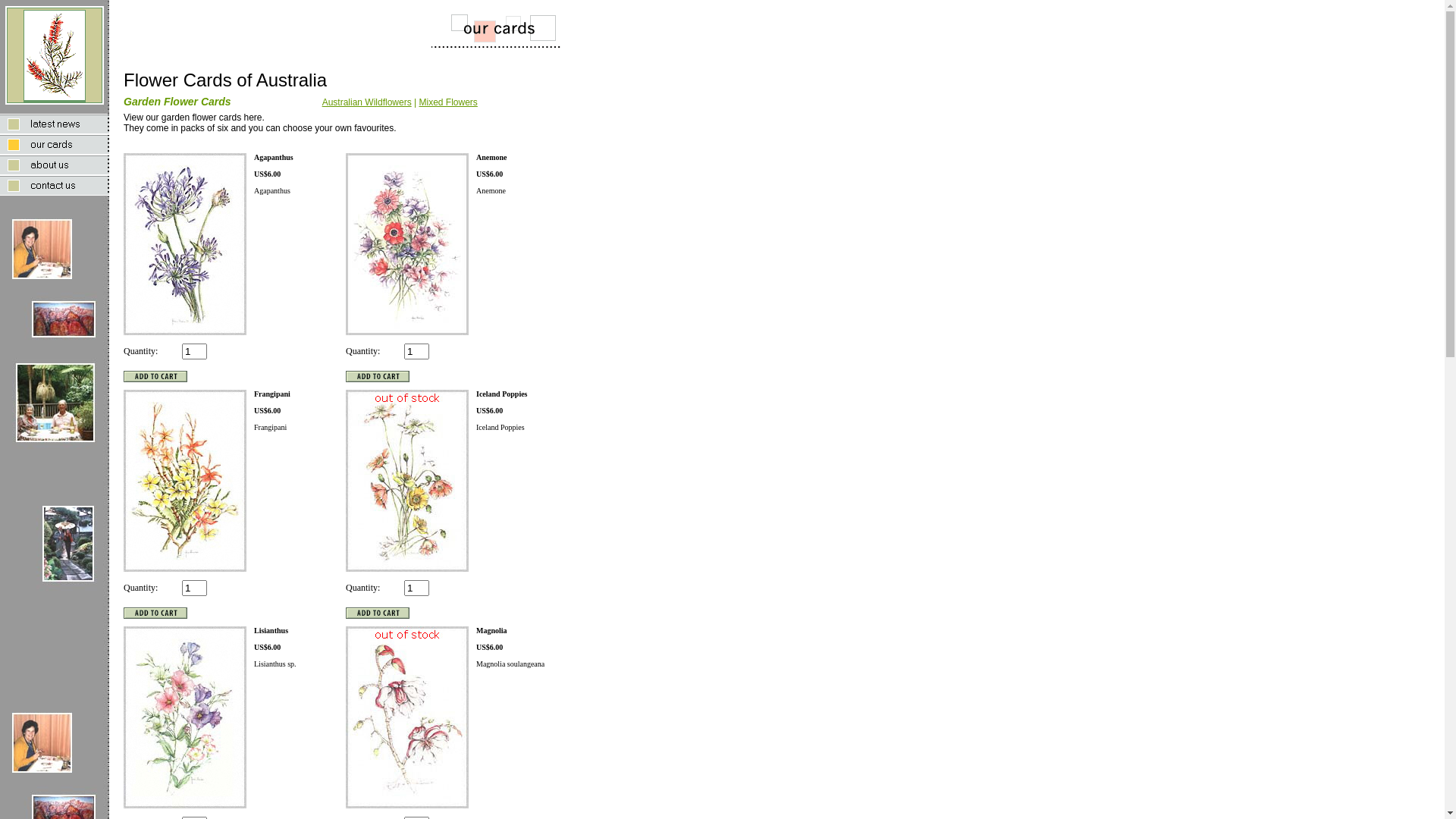 This screenshot has height=819, width=1456. Describe the element at coordinates (322, 102) in the screenshot. I see `'Australian Wildflowers'` at that location.